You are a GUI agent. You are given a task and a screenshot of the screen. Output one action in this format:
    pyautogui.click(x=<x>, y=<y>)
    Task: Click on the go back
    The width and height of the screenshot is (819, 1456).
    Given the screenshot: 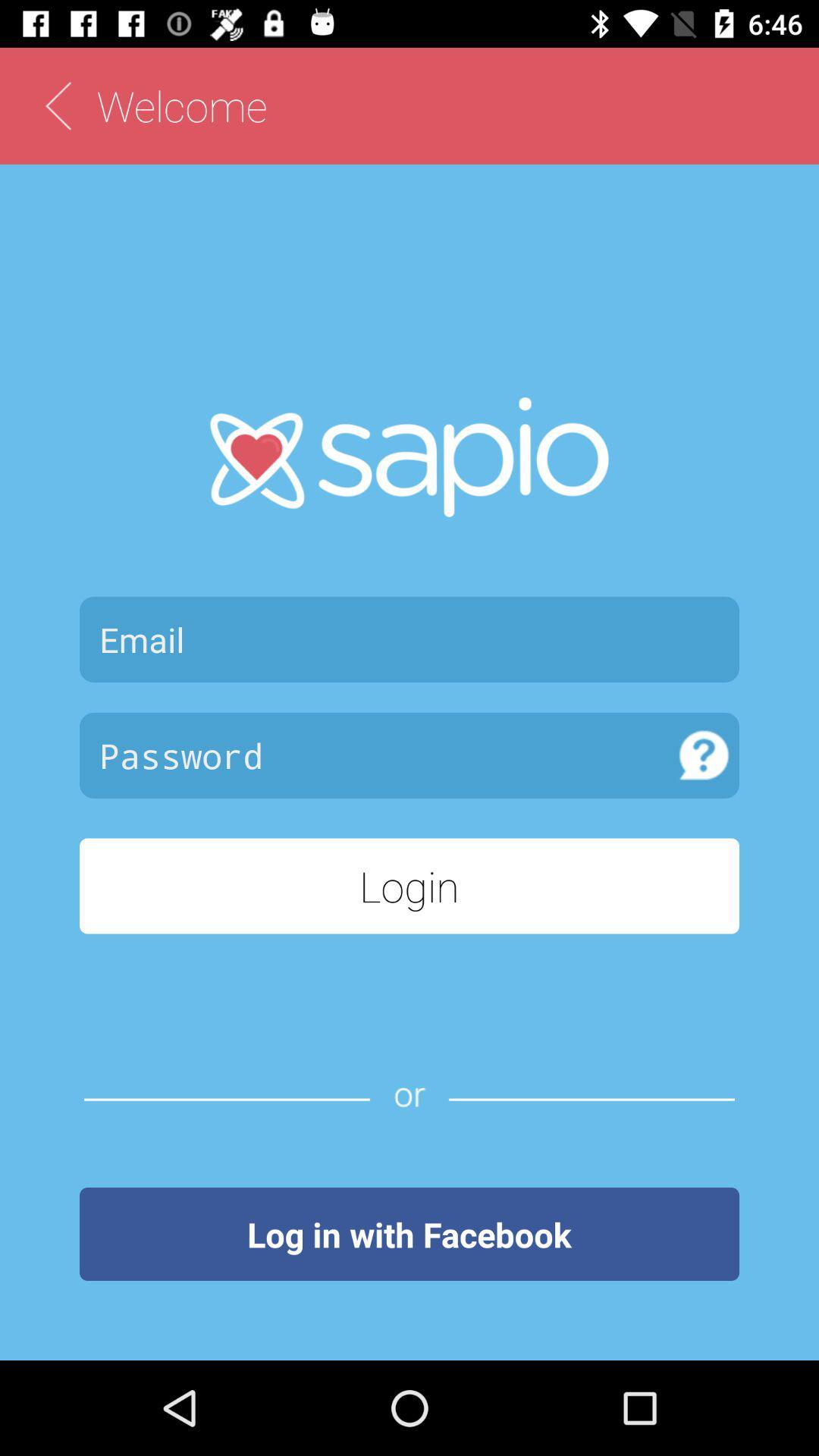 What is the action you would take?
    pyautogui.click(x=57, y=105)
    